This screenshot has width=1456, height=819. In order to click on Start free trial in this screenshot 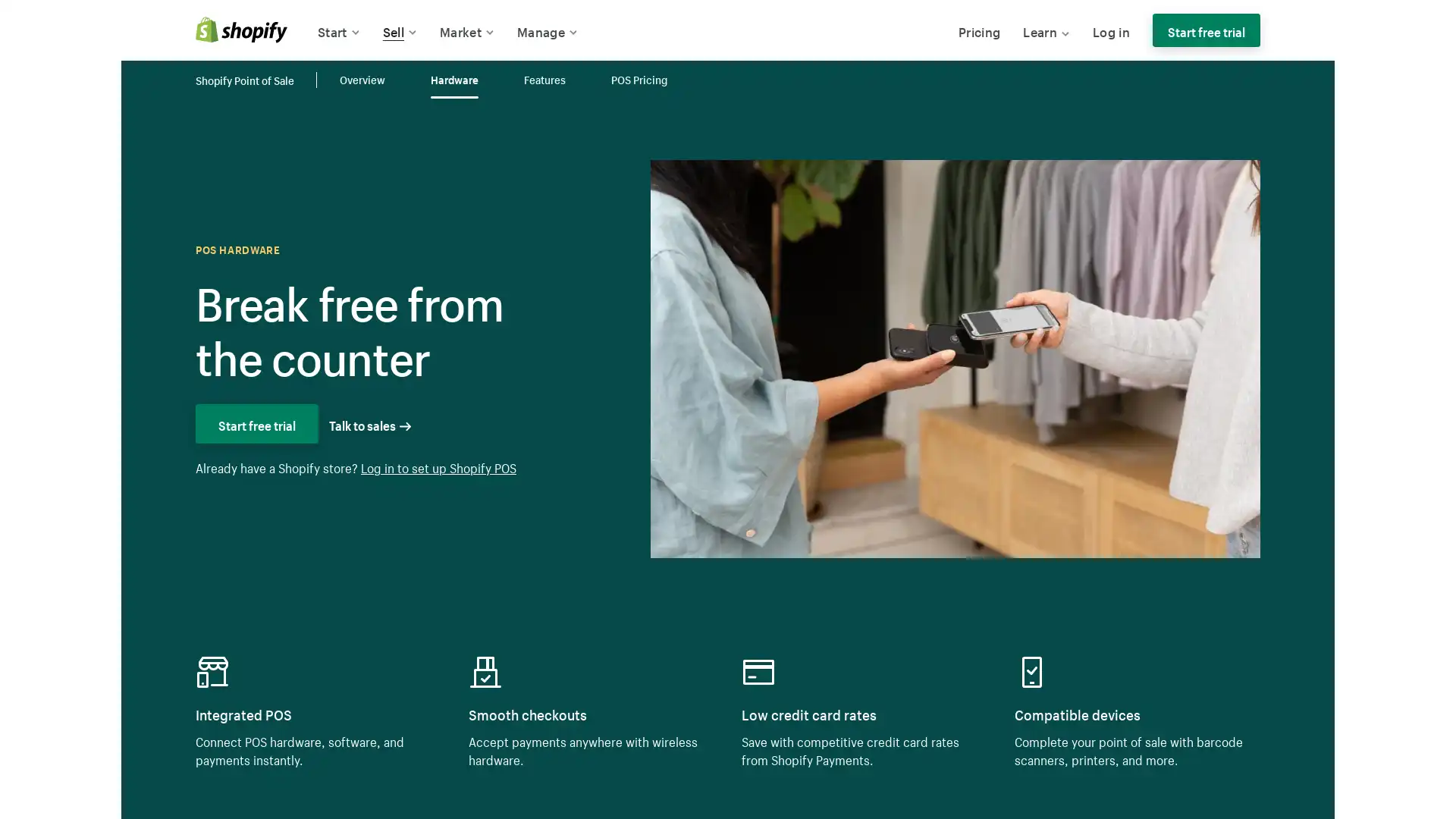, I will do `click(1205, 30)`.